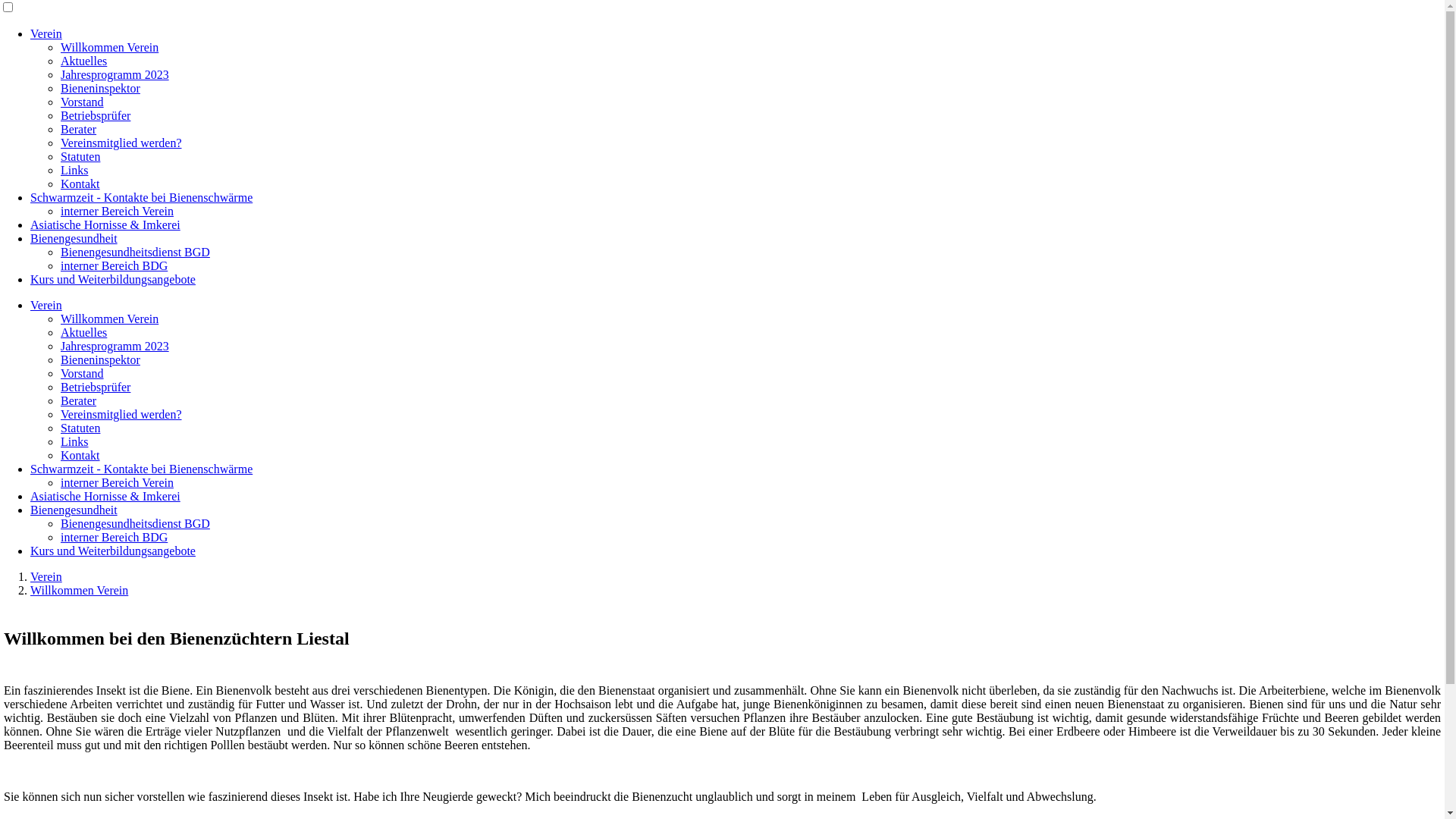 Image resolution: width=1456 pixels, height=819 pixels. What do you see at coordinates (73, 170) in the screenshot?
I see `'Links'` at bounding box center [73, 170].